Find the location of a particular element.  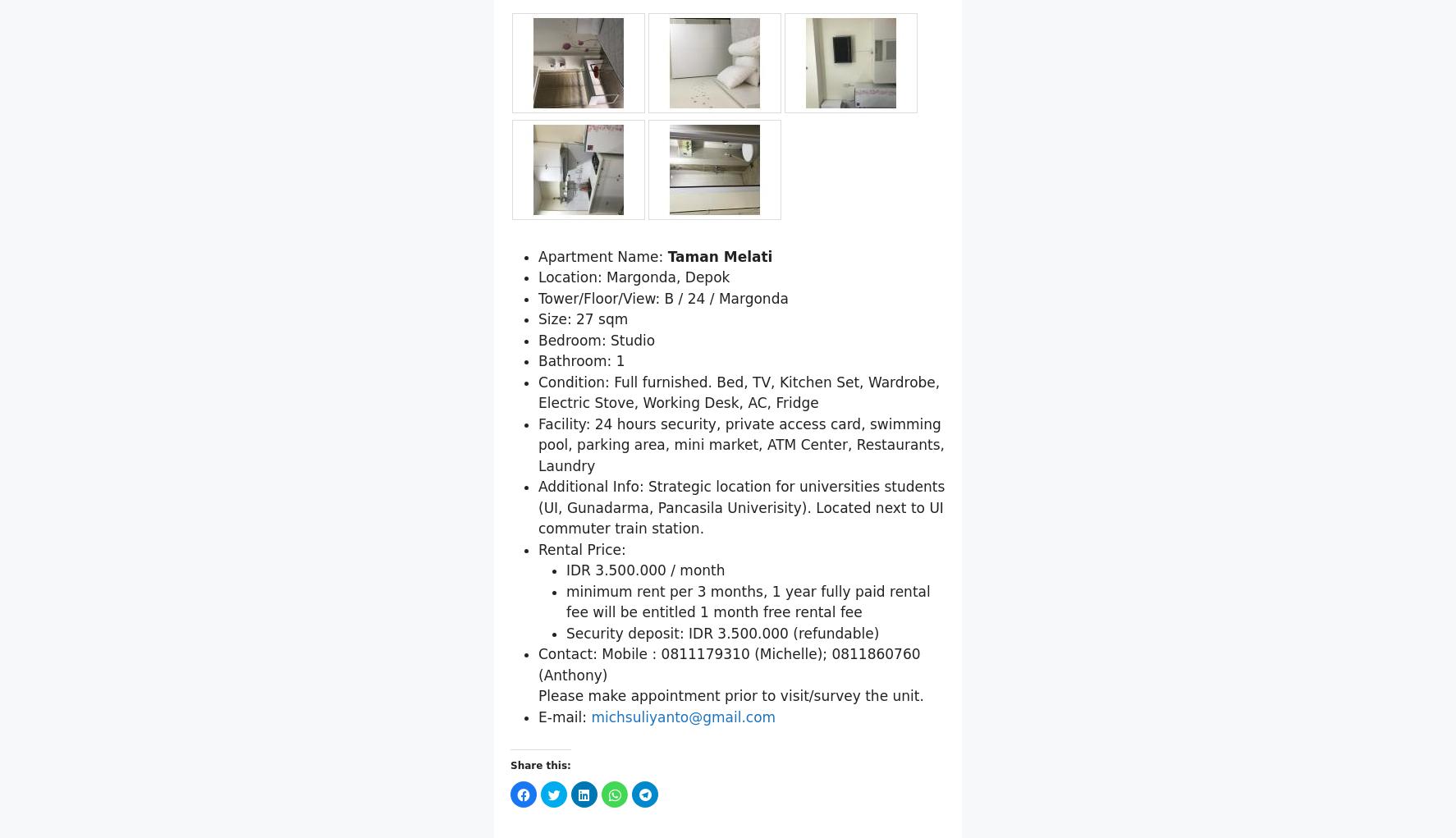

'Tower/Floor/View: B / 24 / Margonda' is located at coordinates (663, 383).